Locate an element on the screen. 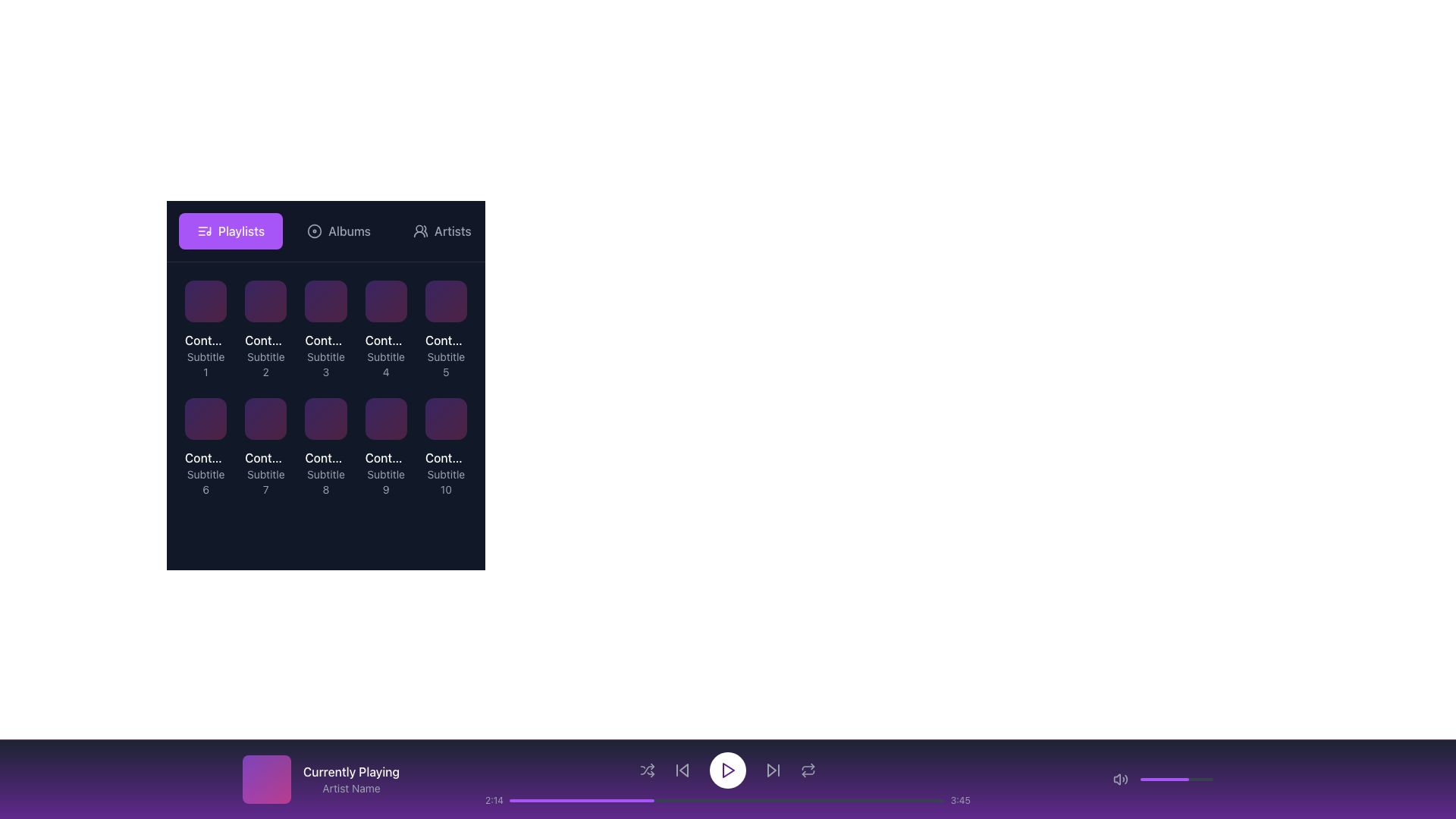  the progress bar located in the lower-right corner of the interface to adjust its value is located at coordinates (1175, 780).